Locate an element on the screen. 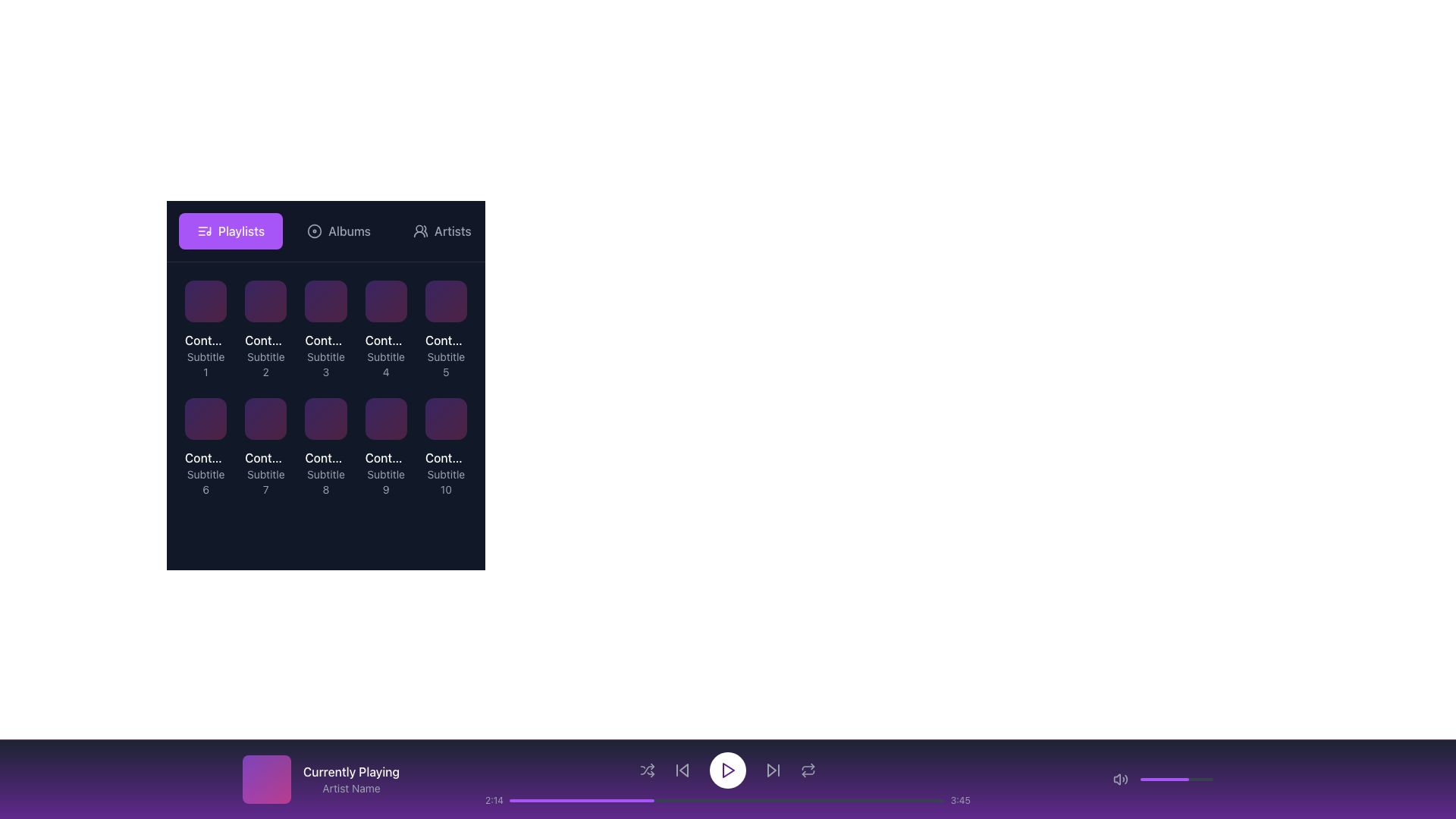  the progress bar located in the lower-right corner of the interface to adjust its value is located at coordinates (1175, 780).